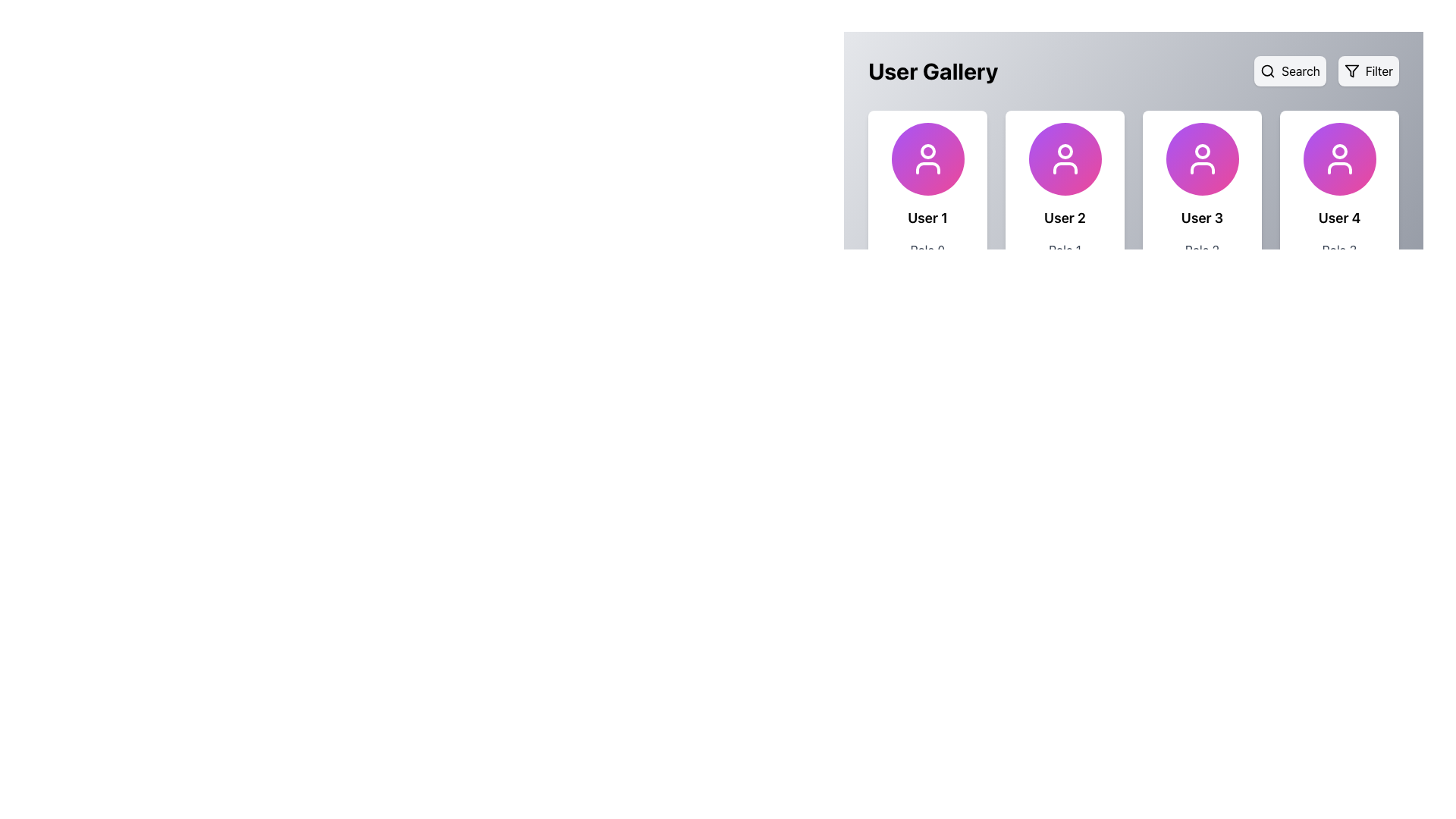 The height and width of the screenshot is (819, 1456). What do you see at coordinates (1289, 71) in the screenshot?
I see `the first interactive button in the top-right corner of the horizontal bar` at bounding box center [1289, 71].